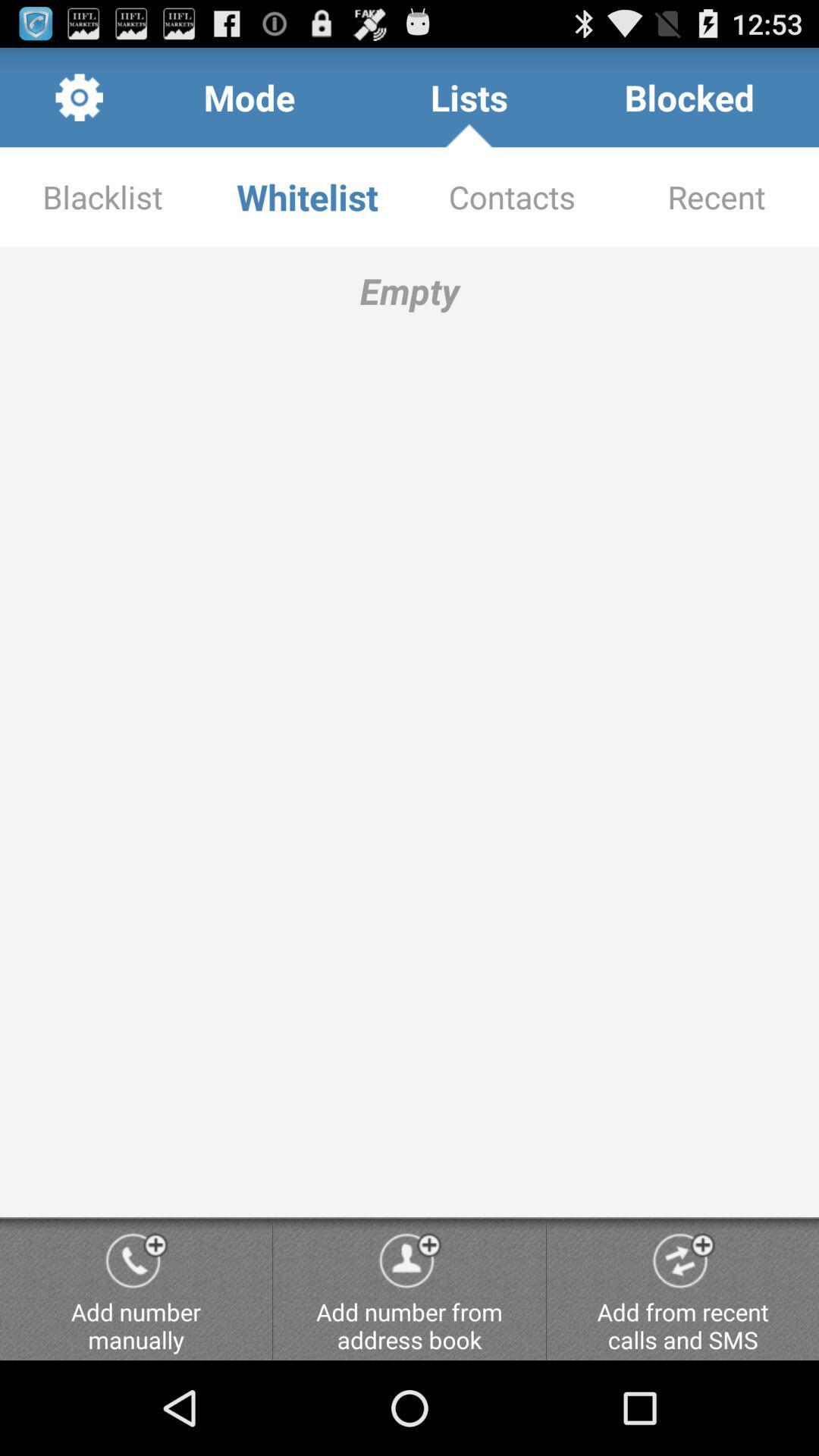  I want to click on item to the right of the blacklist app, so click(307, 196).